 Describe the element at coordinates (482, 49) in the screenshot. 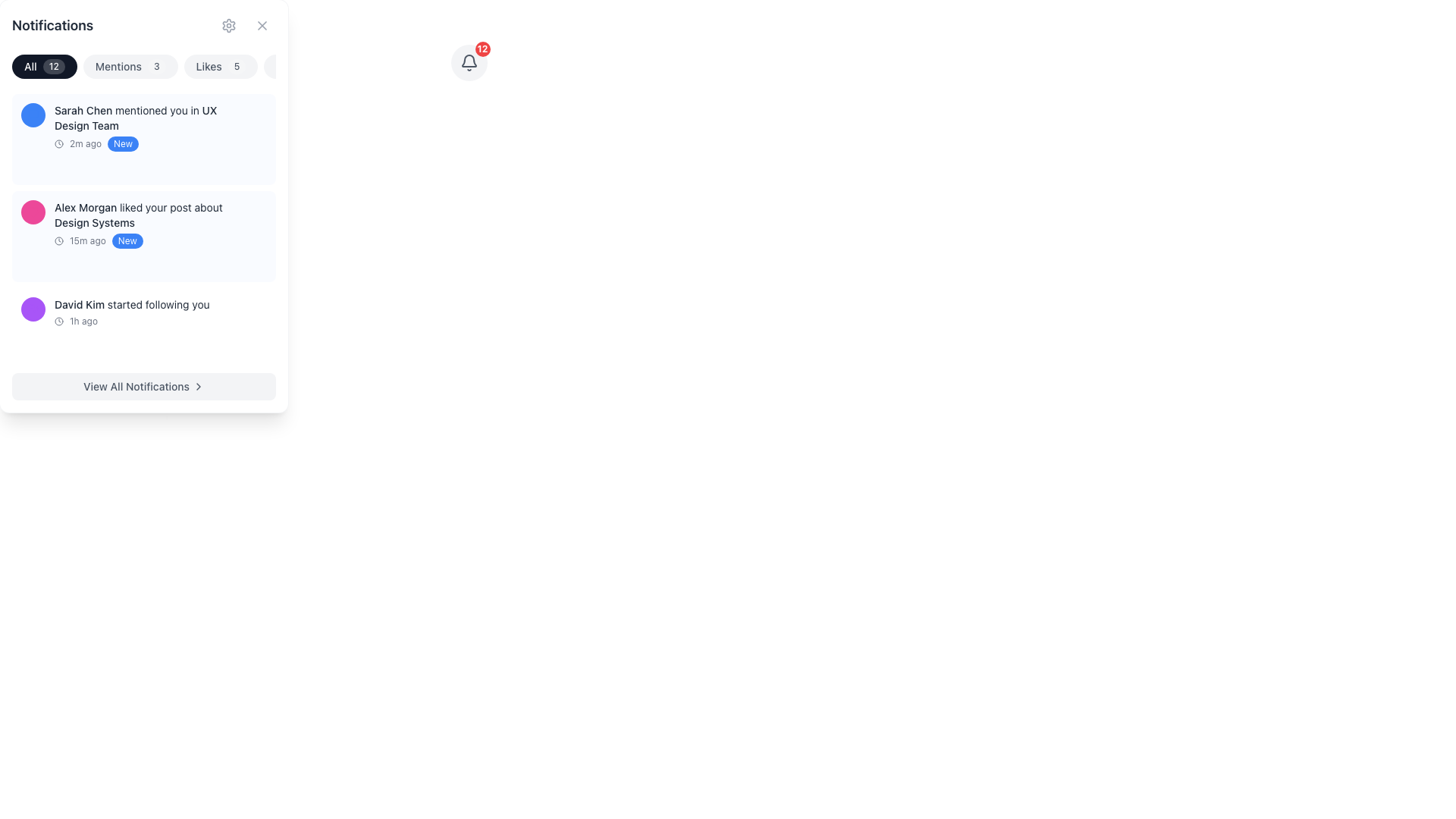

I see `the Notification badge located in the top-right corner of the interface that indicates the number of unread notifications` at that location.